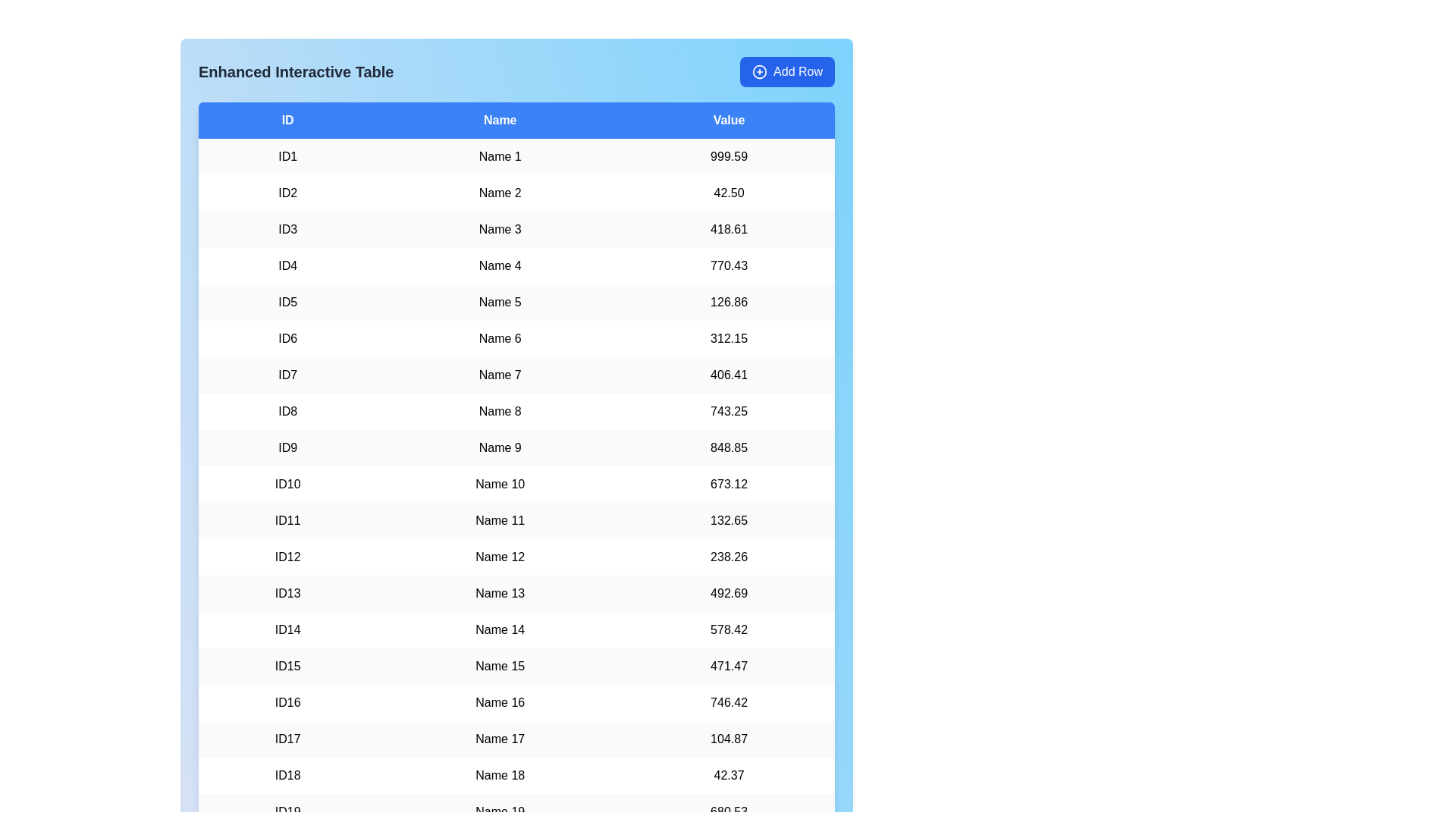  What do you see at coordinates (786, 72) in the screenshot?
I see `the 'Add Row' button to add a new row to the table` at bounding box center [786, 72].